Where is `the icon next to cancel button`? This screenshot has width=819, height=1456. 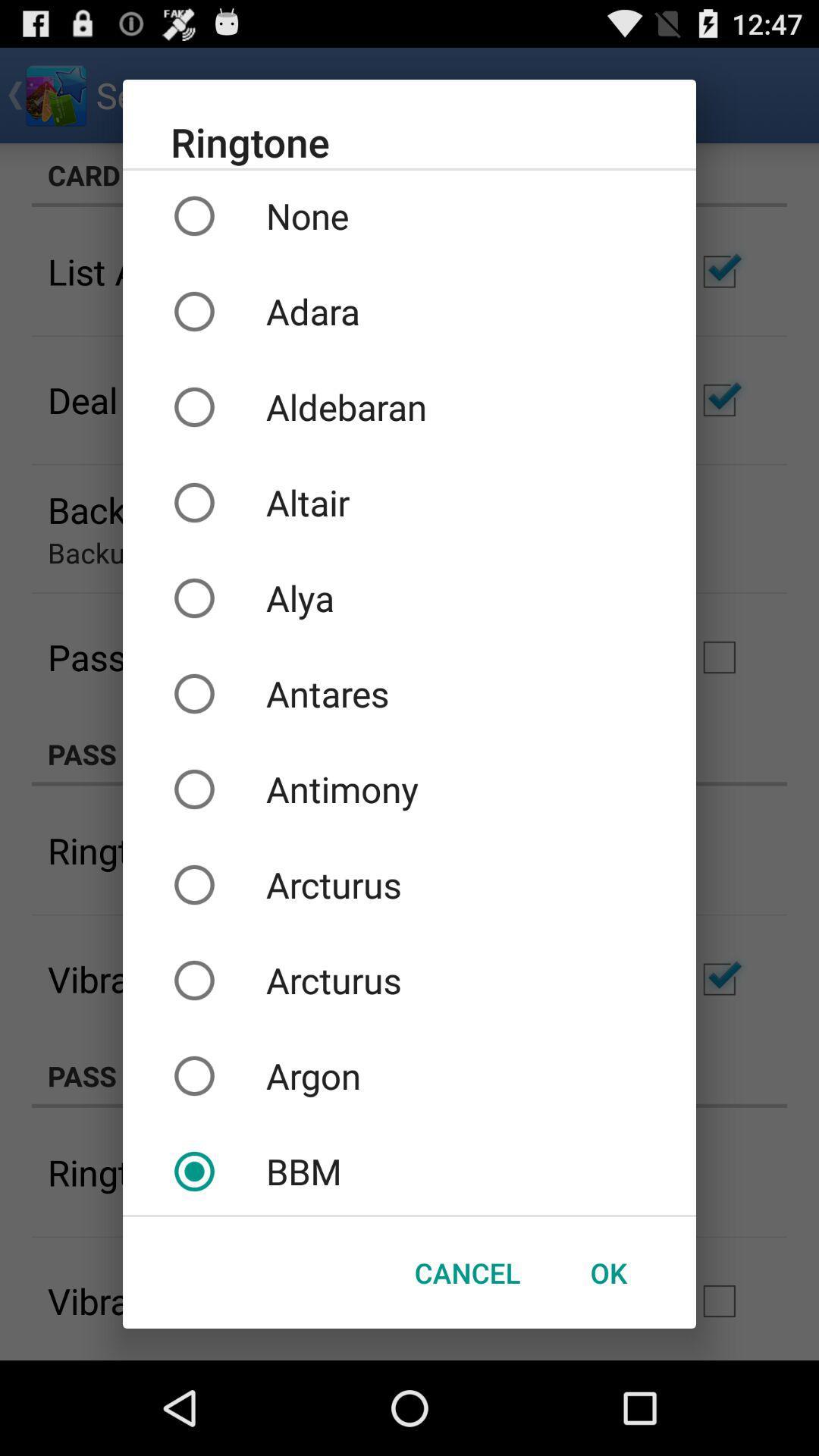
the icon next to cancel button is located at coordinates (607, 1272).